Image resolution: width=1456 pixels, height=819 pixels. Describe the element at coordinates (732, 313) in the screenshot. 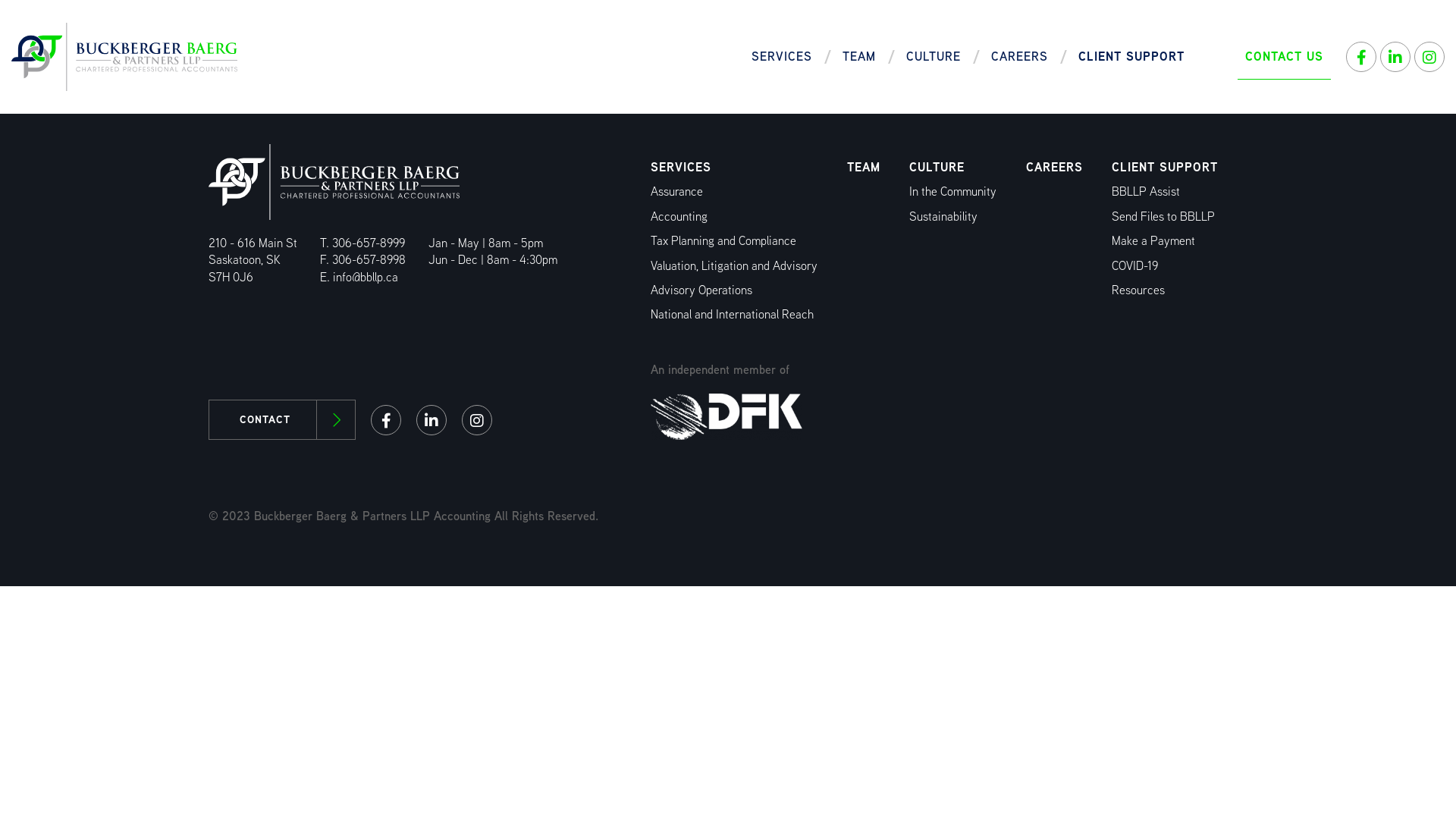

I see `'National and International Reach'` at that location.